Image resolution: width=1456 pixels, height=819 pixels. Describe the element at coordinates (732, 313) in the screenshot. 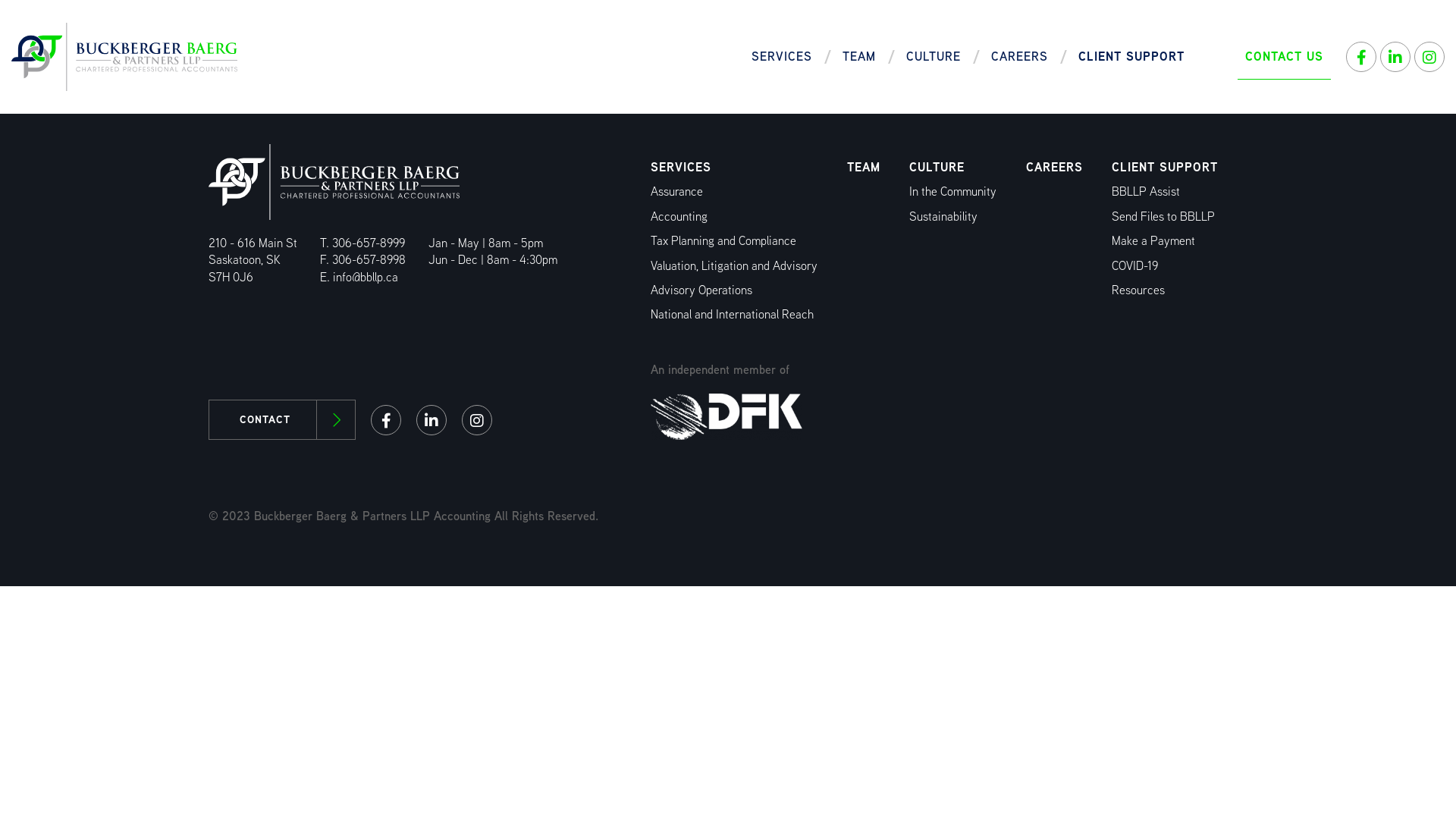

I see `'National and International Reach'` at that location.